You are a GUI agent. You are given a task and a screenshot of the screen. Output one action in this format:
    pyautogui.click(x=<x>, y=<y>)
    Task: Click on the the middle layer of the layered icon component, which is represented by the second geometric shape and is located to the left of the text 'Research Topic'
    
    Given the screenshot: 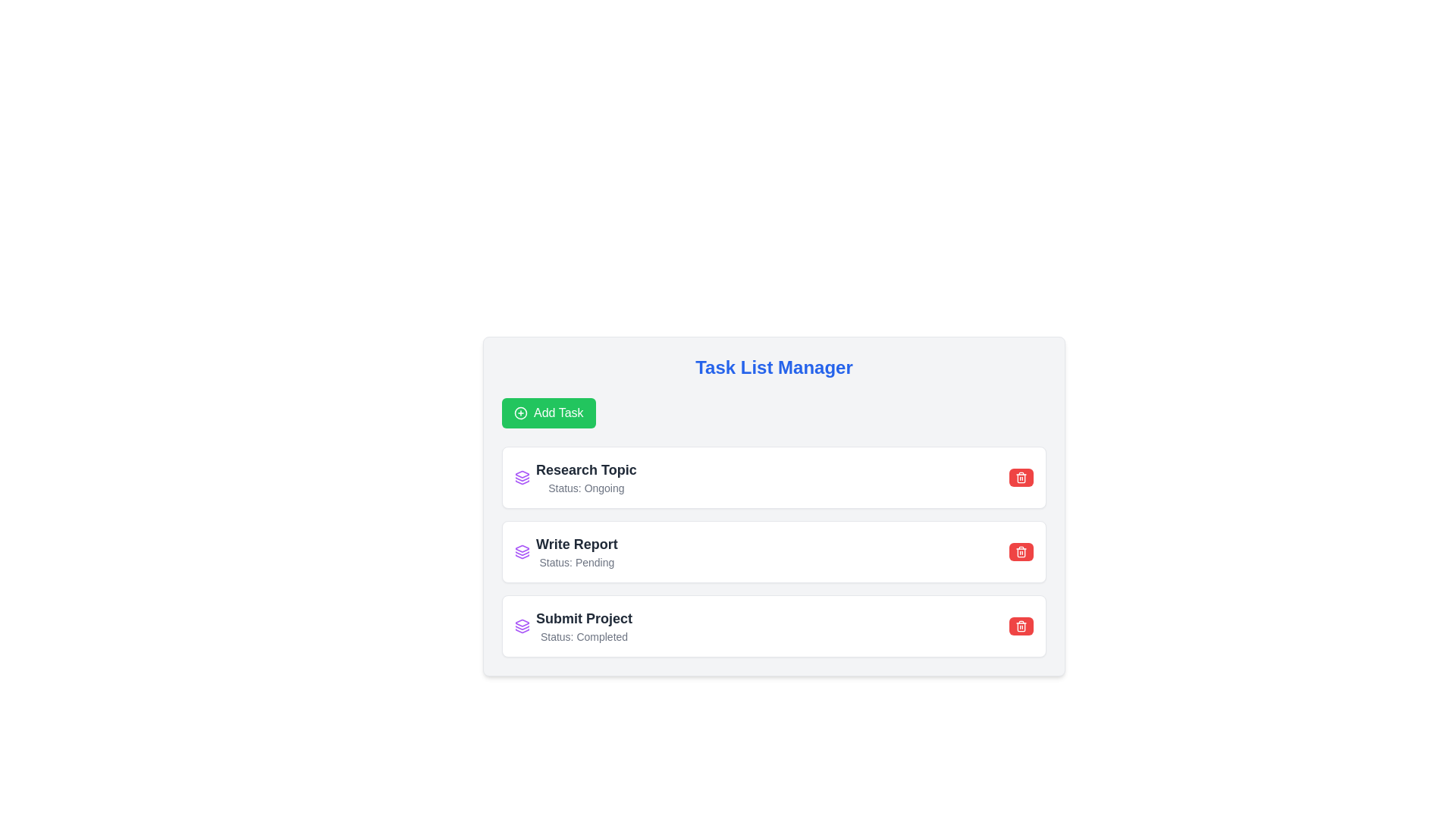 What is the action you would take?
    pyautogui.click(x=522, y=554)
    